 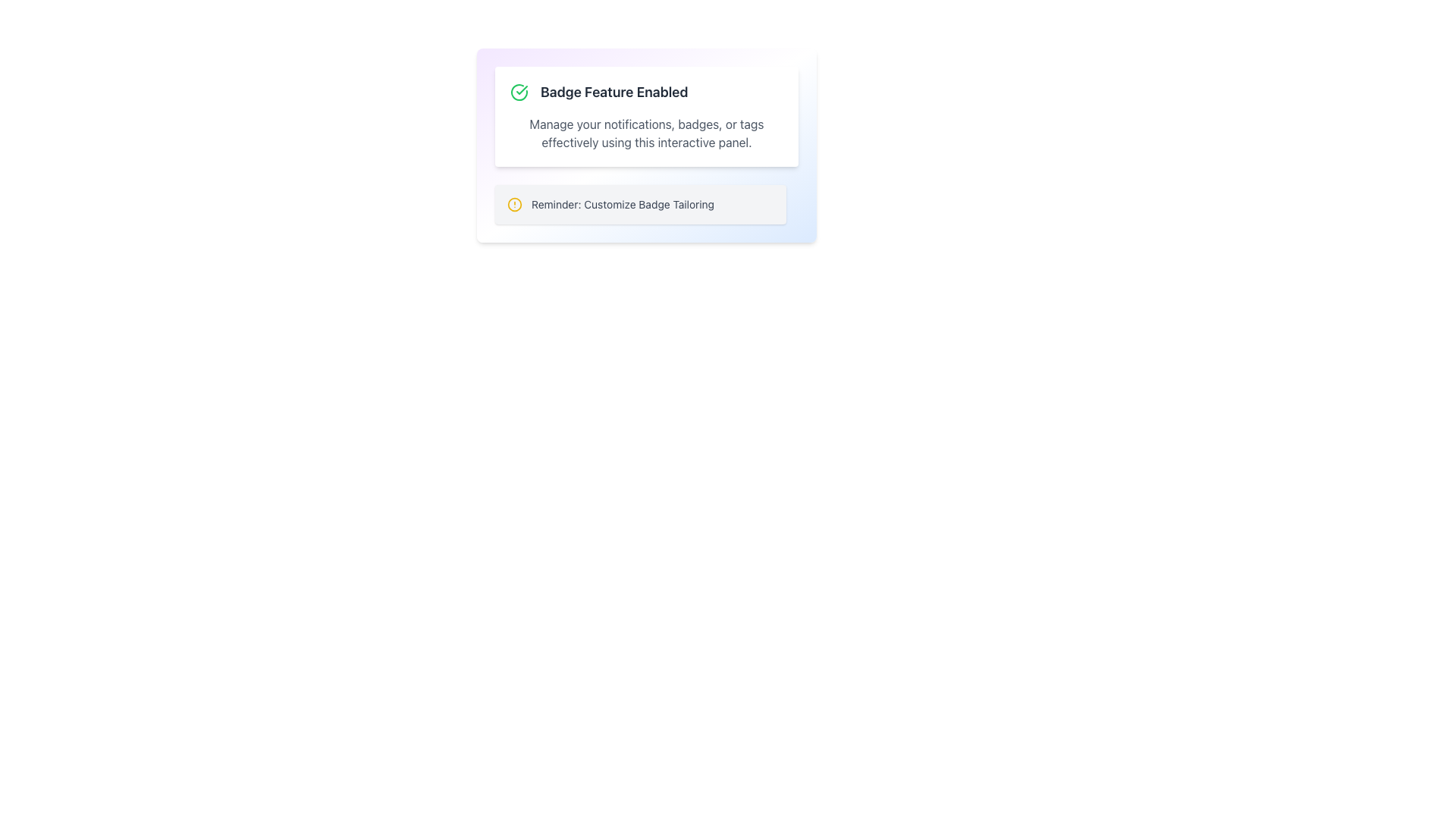 I want to click on the informational reminder text with icon, which is centrally aligned below the 'Badge Feature Enabled' heading, so click(x=640, y=205).